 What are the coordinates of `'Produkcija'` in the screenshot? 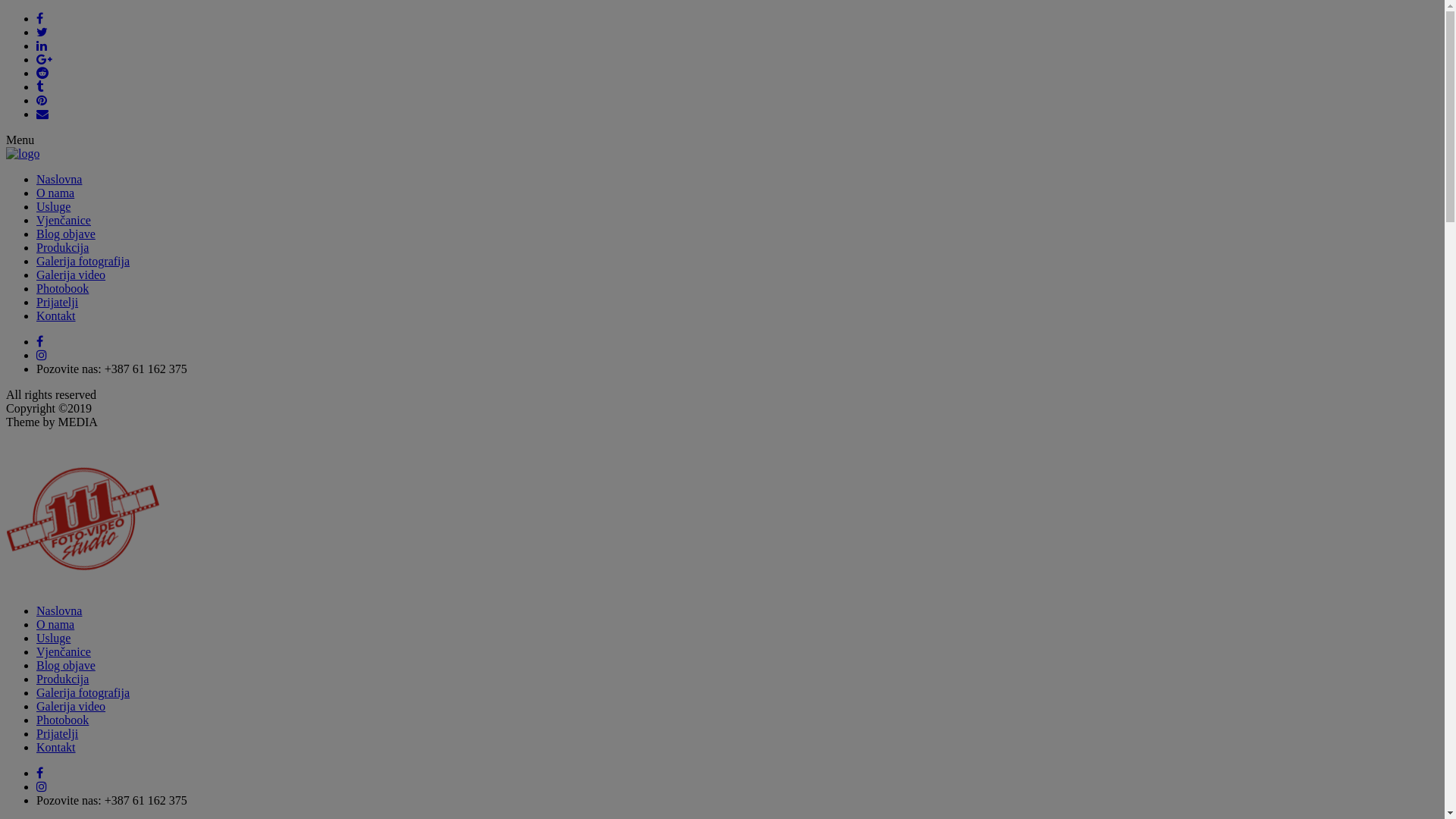 It's located at (61, 678).